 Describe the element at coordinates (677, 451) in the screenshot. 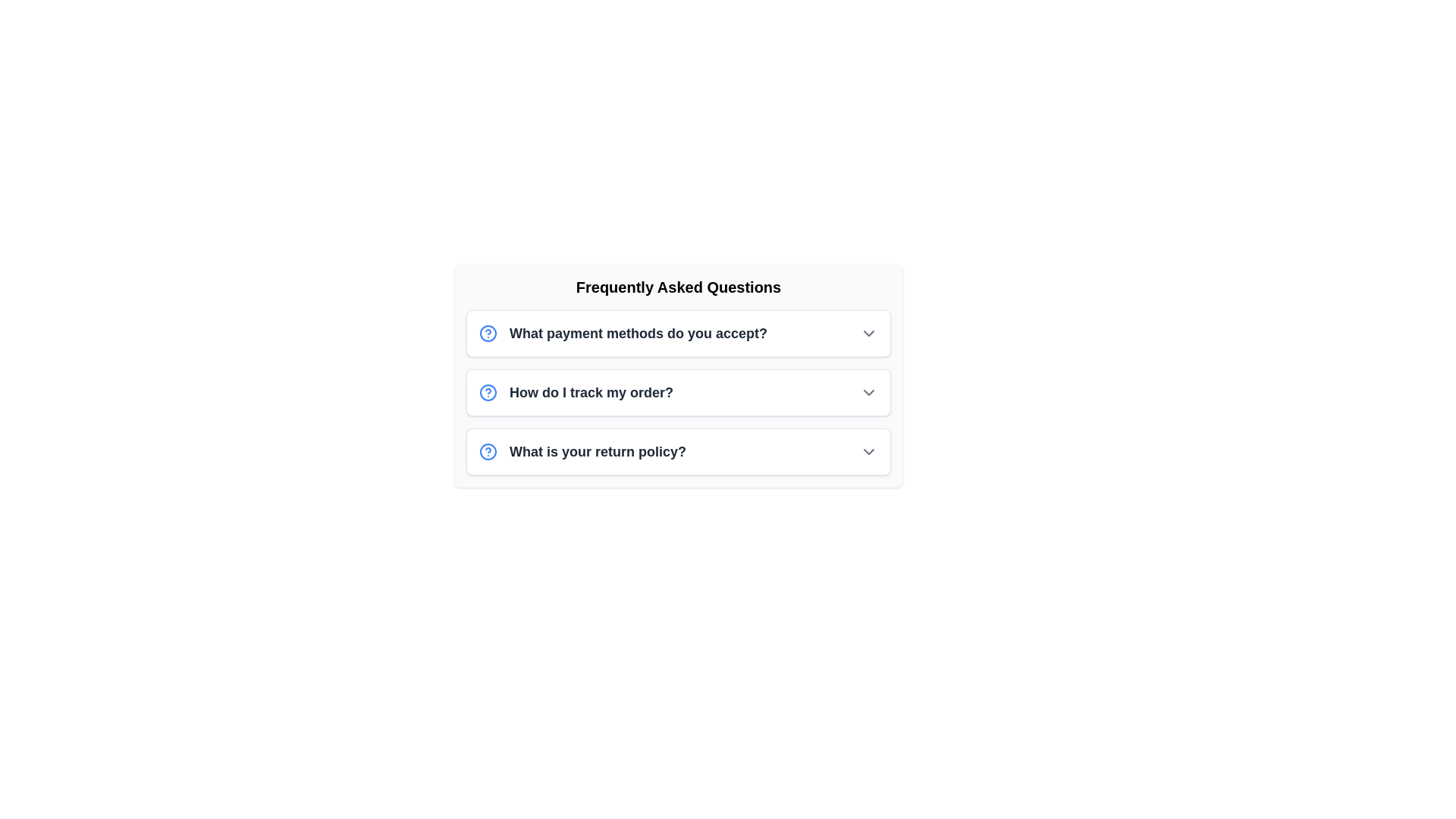

I see `the Expandable FAQ question item that displays the text 'What is your return policy?'` at that location.